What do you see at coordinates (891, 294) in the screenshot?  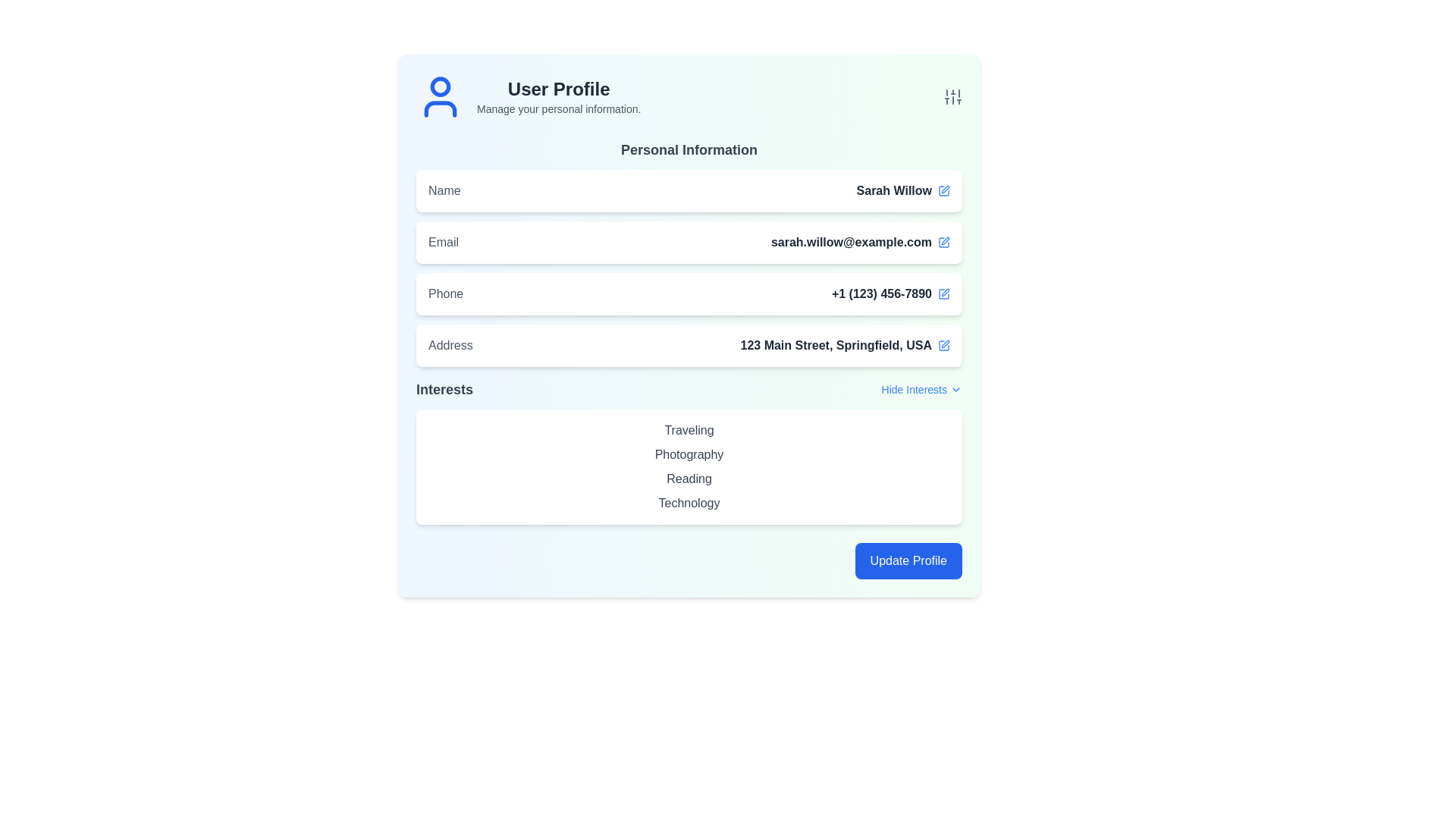 I see `the text display field showing the phone number '+1 (123) 456-7890' located in the 'Phone' section of the user profile` at bounding box center [891, 294].